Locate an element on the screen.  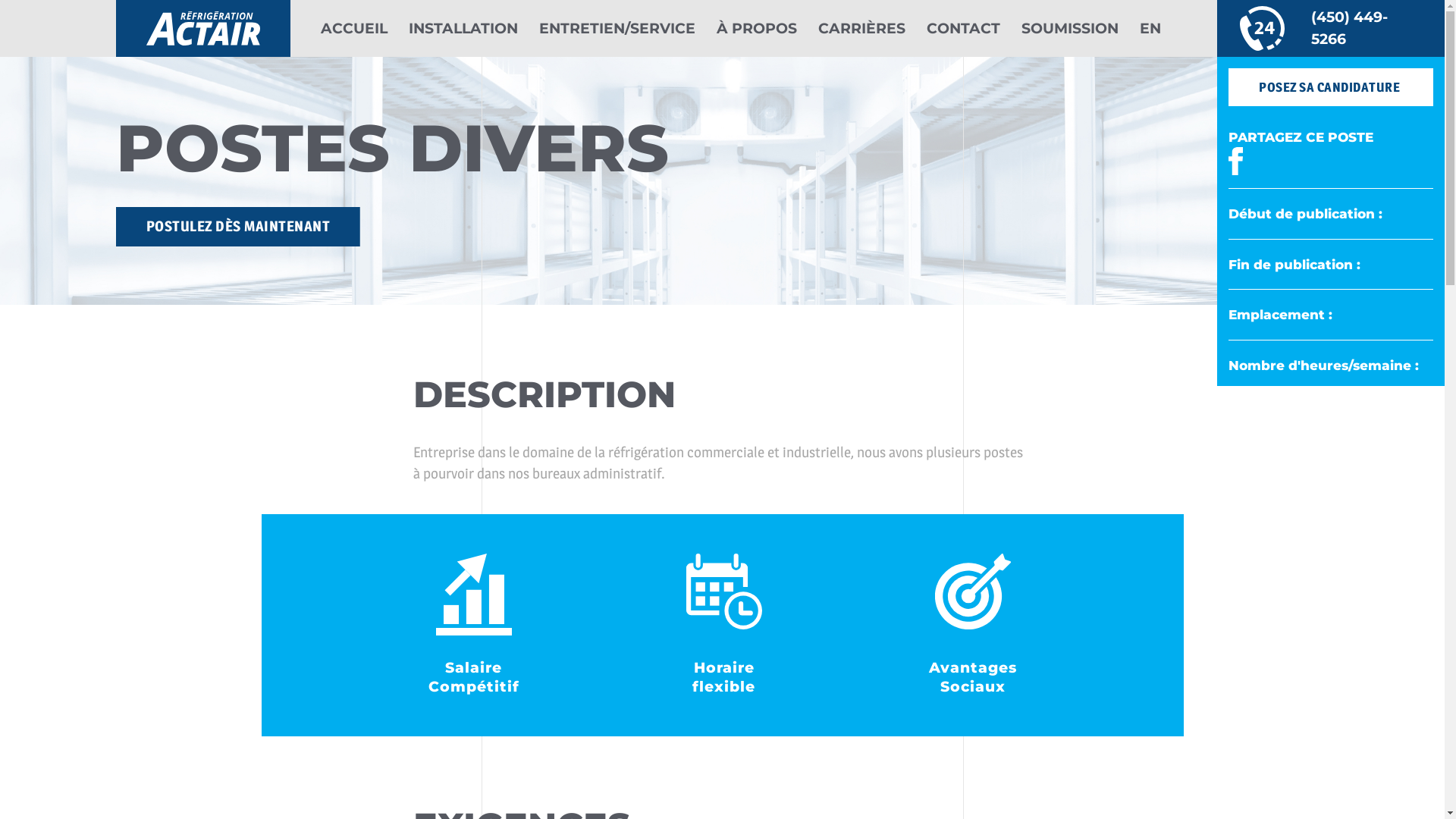
'SOUMISSION' is located at coordinates (1020, 28).